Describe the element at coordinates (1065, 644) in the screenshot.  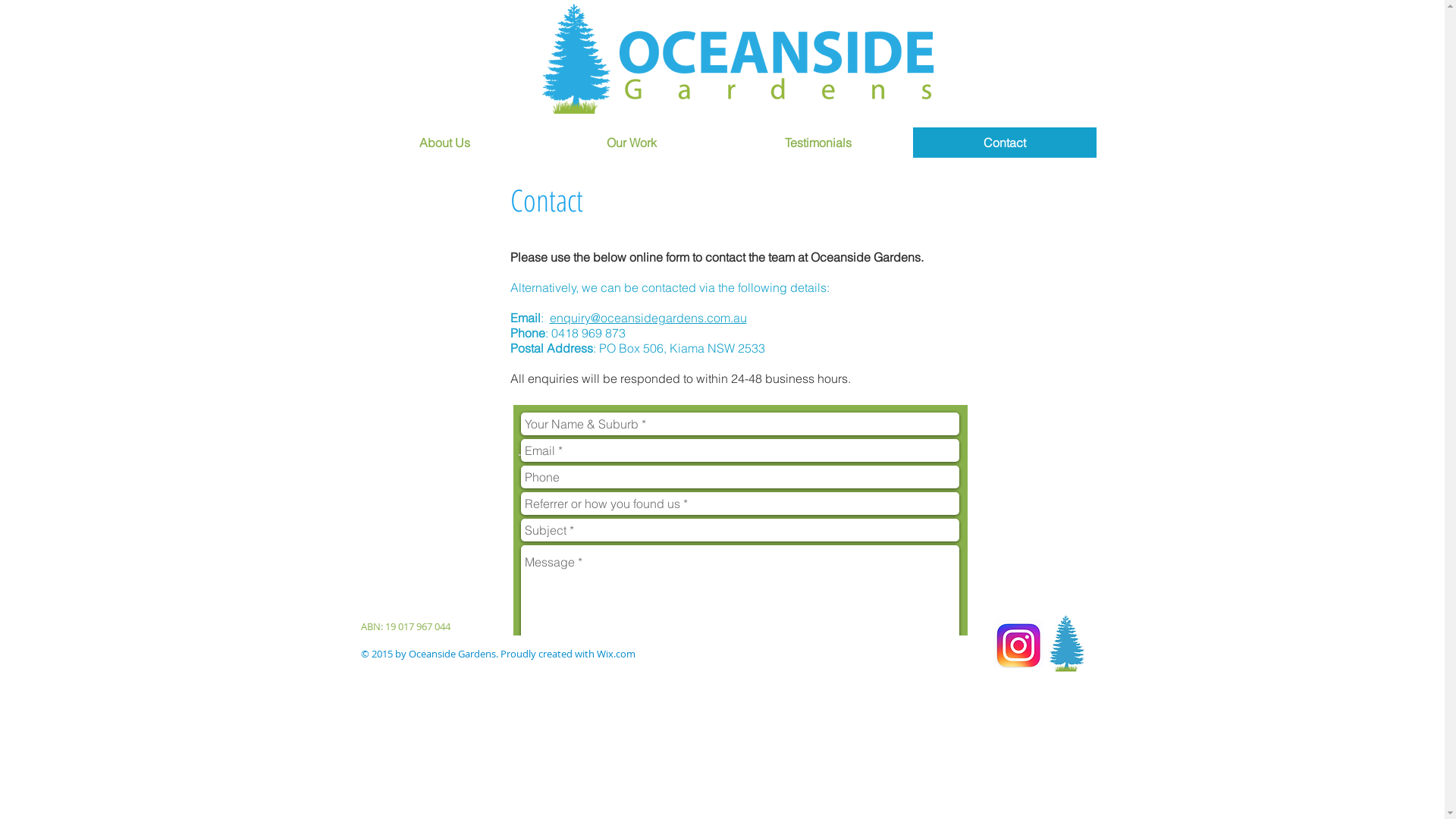
I see `'OGtree'` at that location.